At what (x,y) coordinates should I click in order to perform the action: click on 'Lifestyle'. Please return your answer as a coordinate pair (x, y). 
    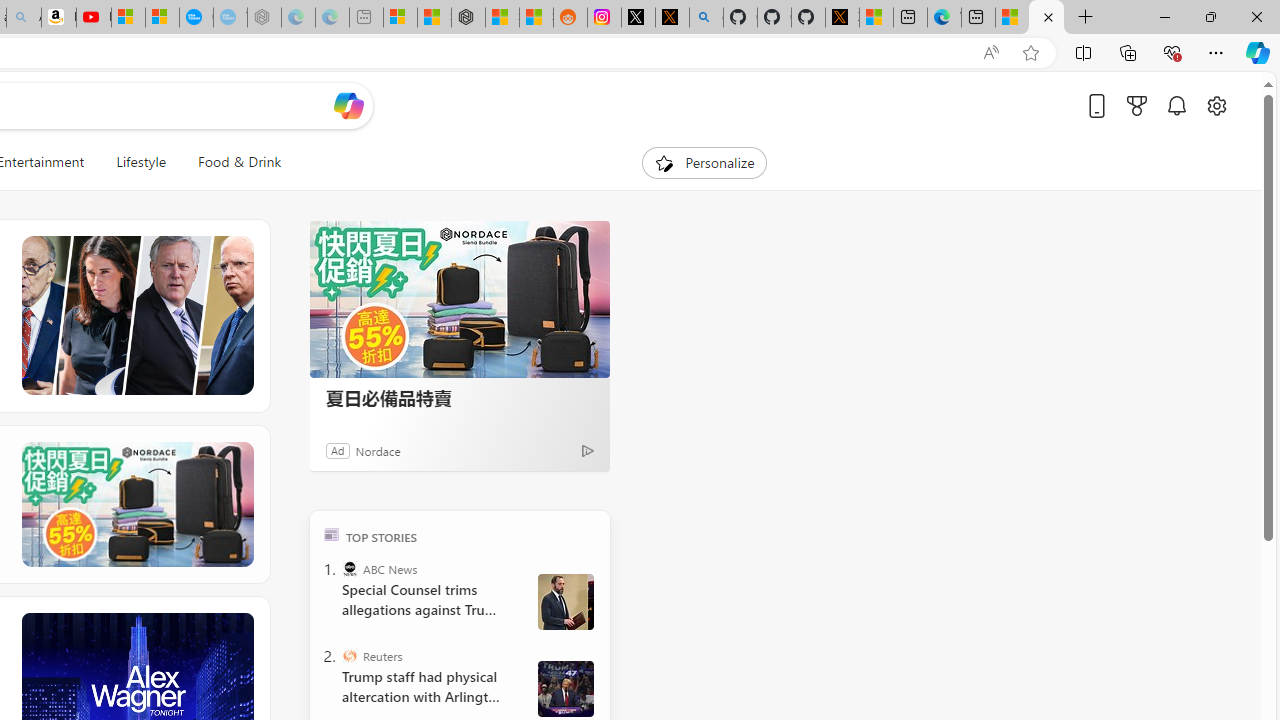
    Looking at the image, I should click on (140, 162).